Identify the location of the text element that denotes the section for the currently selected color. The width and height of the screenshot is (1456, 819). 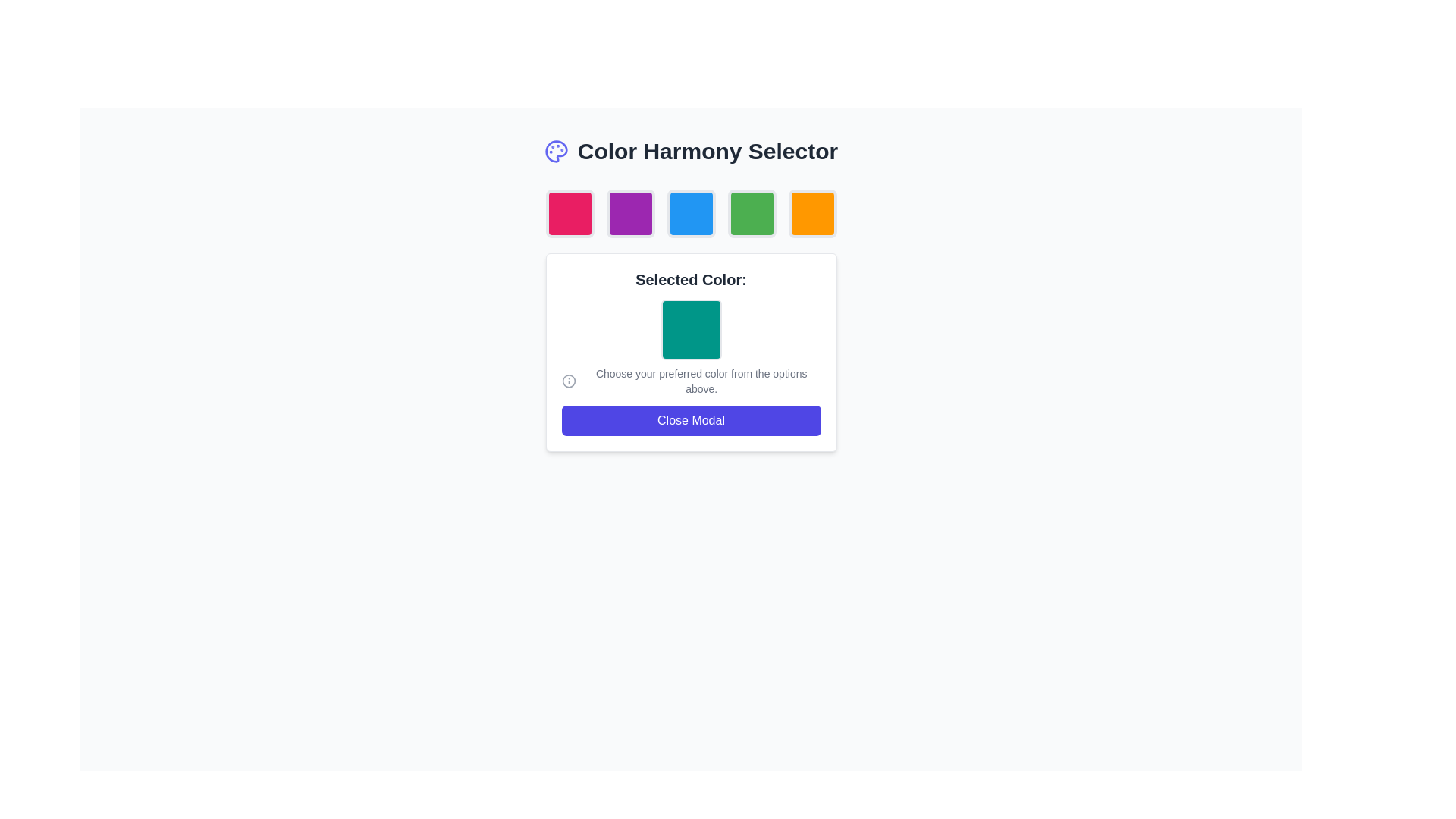
(690, 280).